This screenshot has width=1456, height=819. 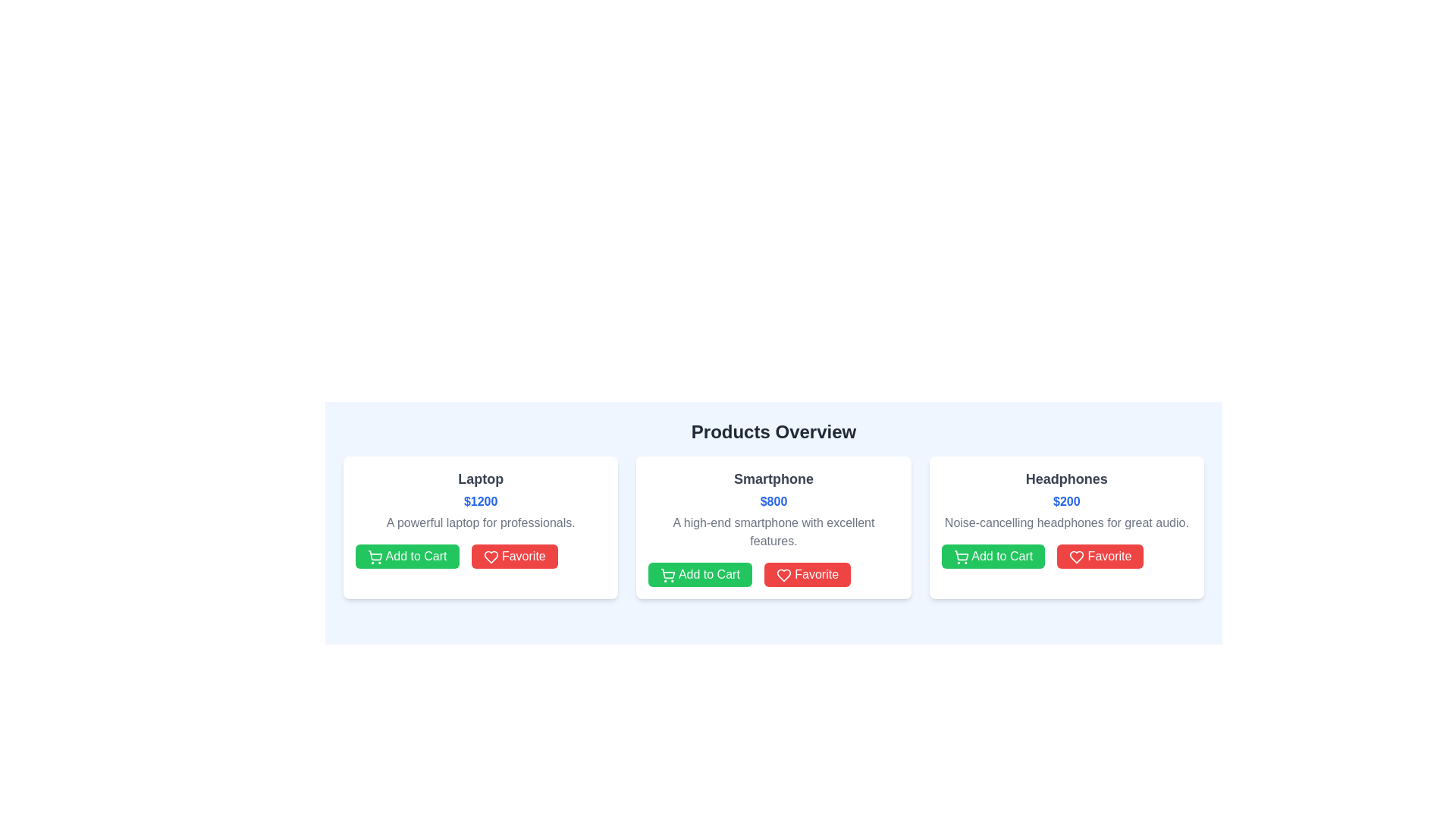 I want to click on the red rectangular 'Favorite' button with white text and a heart icon located on the right side of the button group in the second product card for marking the item as favorite, so click(x=807, y=575).